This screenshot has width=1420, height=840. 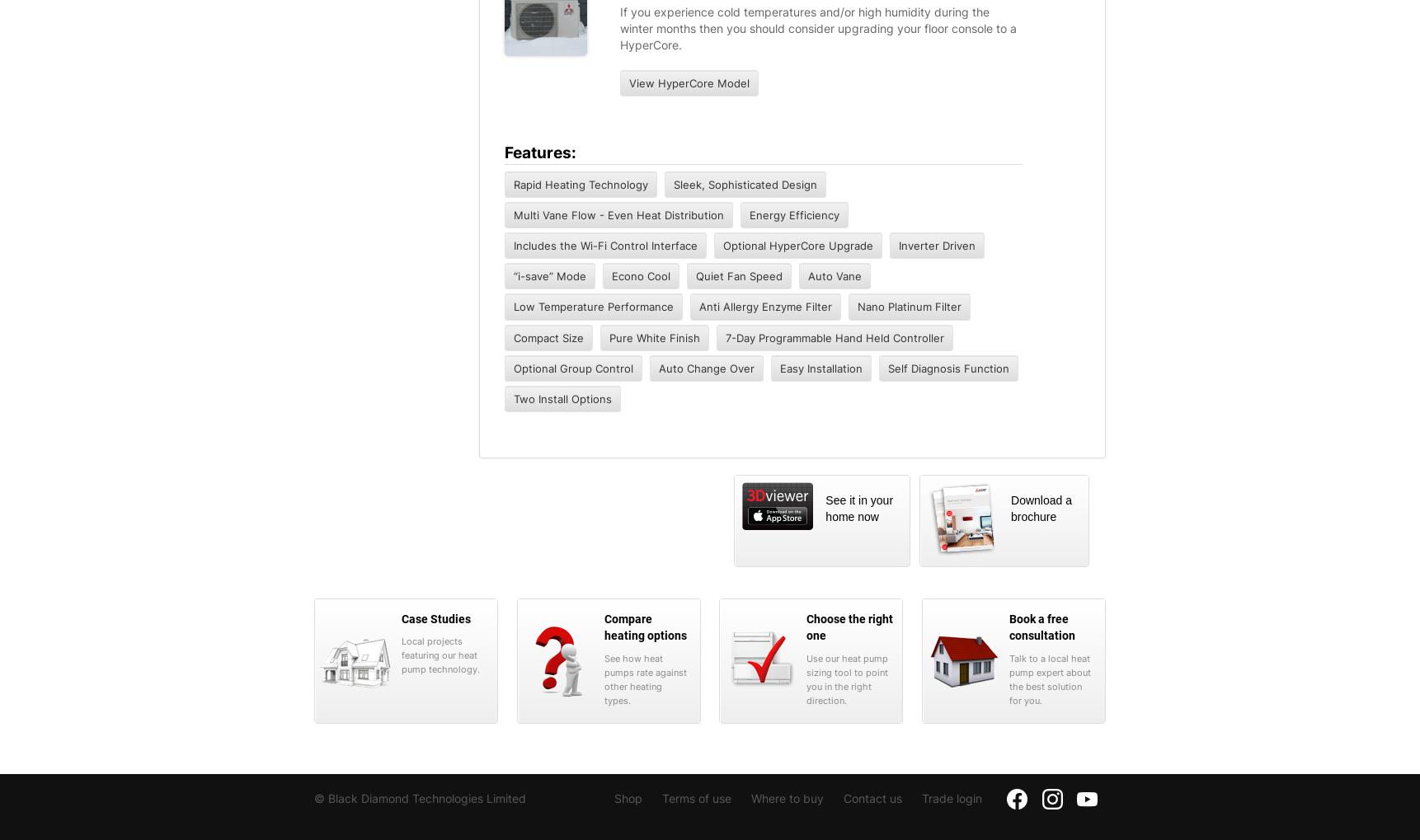 I want to click on 'Rapid Heating Technology', so click(x=580, y=182).